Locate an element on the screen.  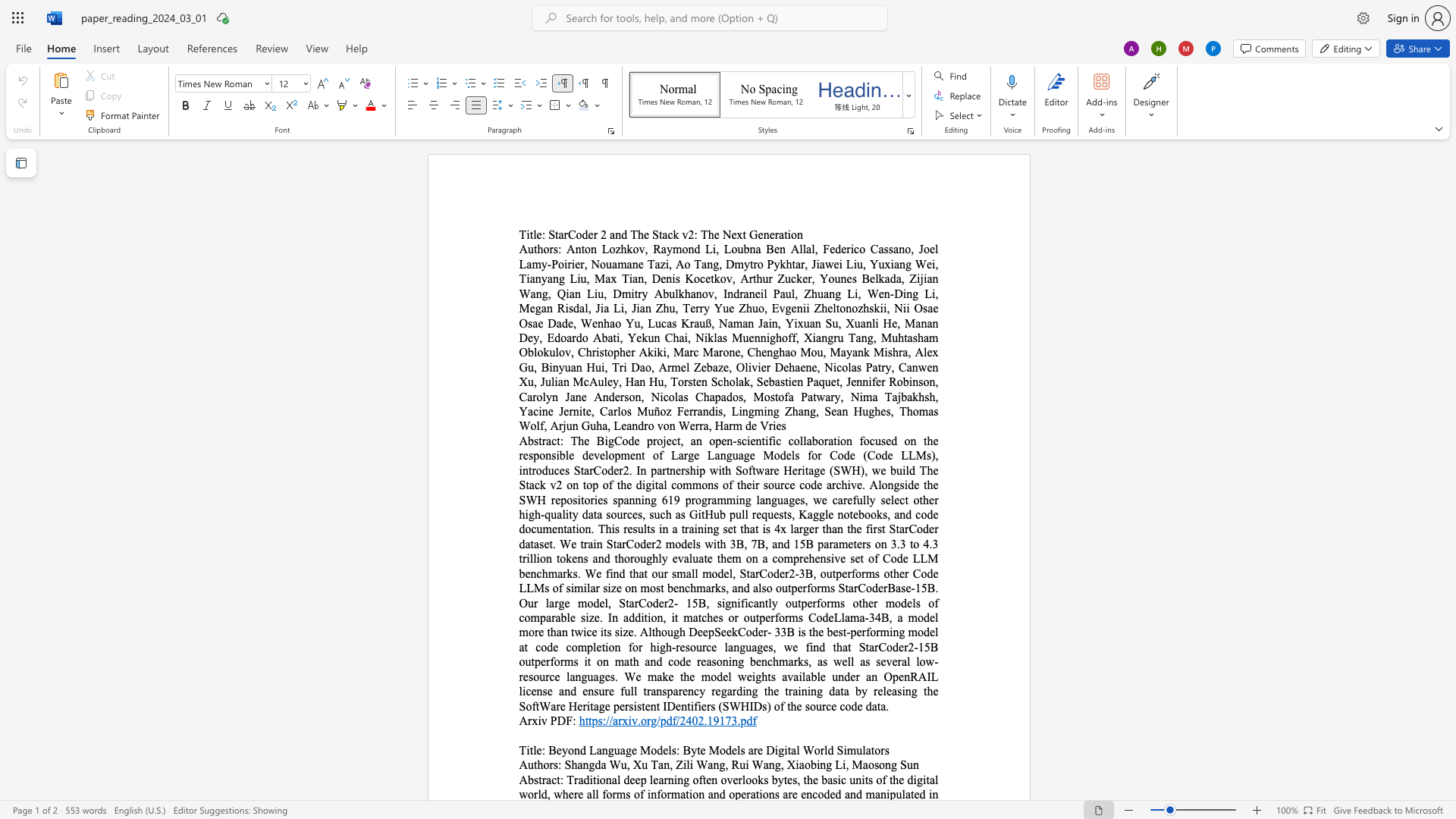
the 1th character "o" in the text is located at coordinates (644, 720).